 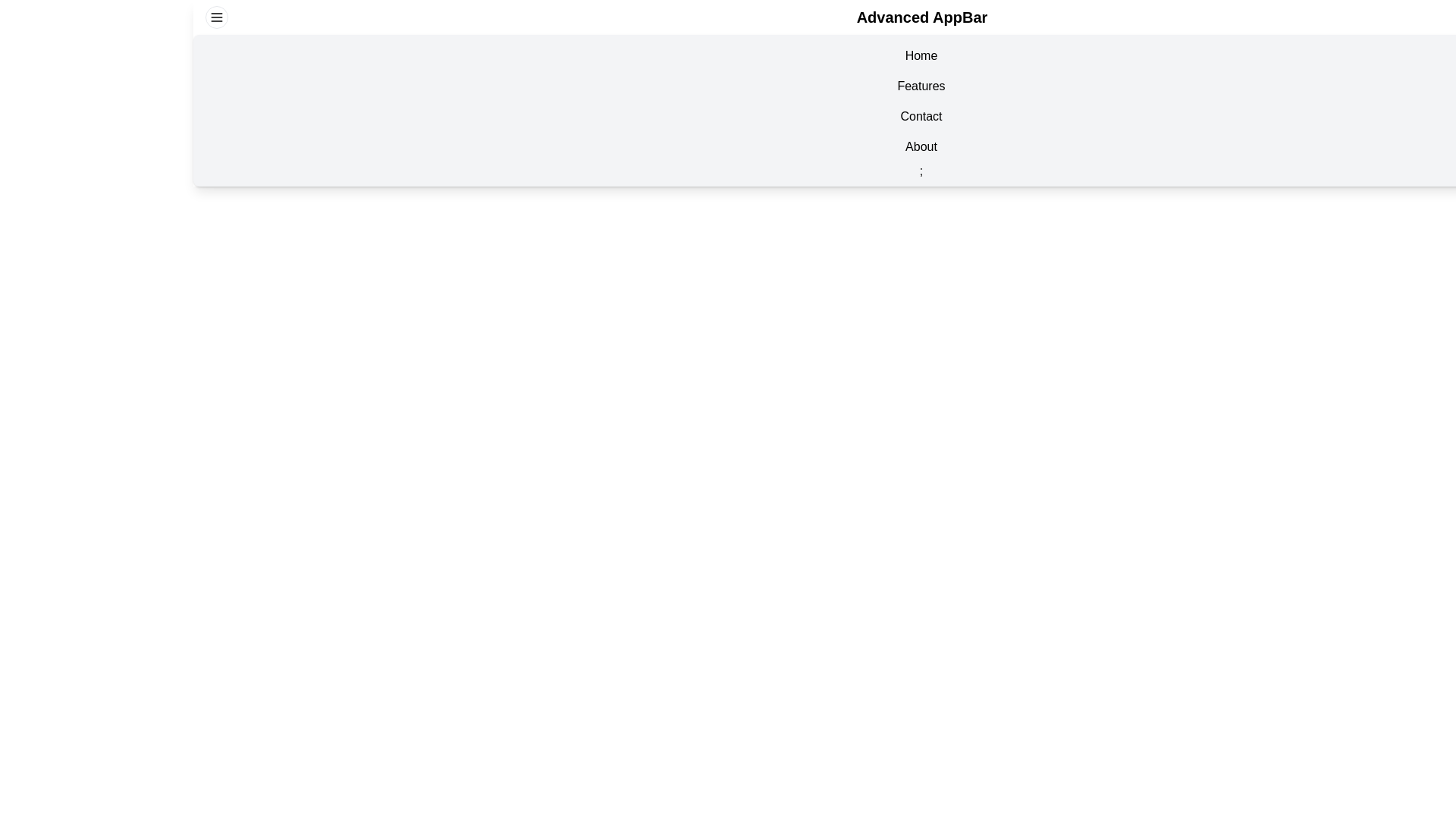 I want to click on the menu button to toggle the menu visibility, so click(x=216, y=17).